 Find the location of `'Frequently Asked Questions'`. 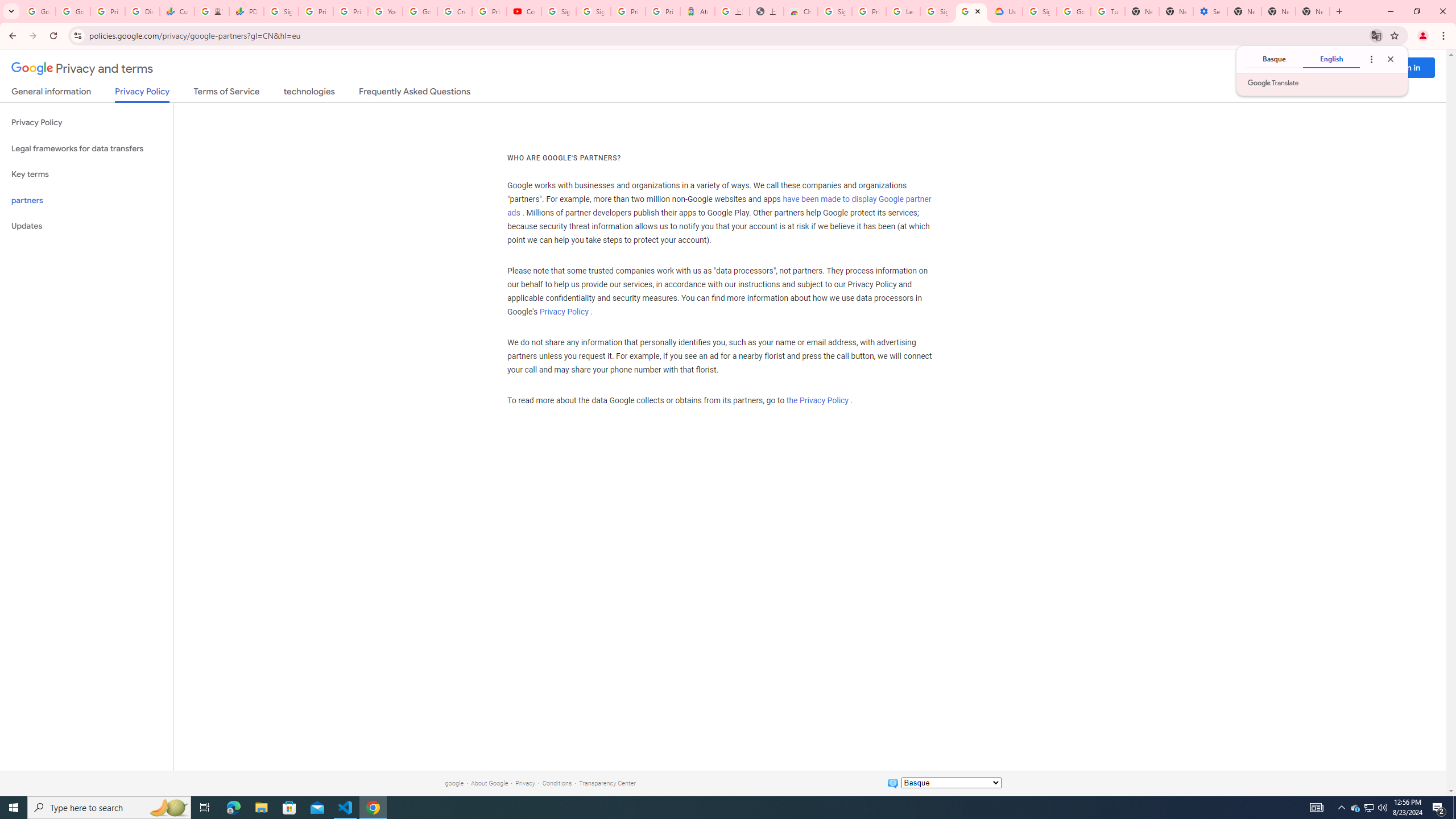

'Frequently Asked Questions' is located at coordinates (413, 93).